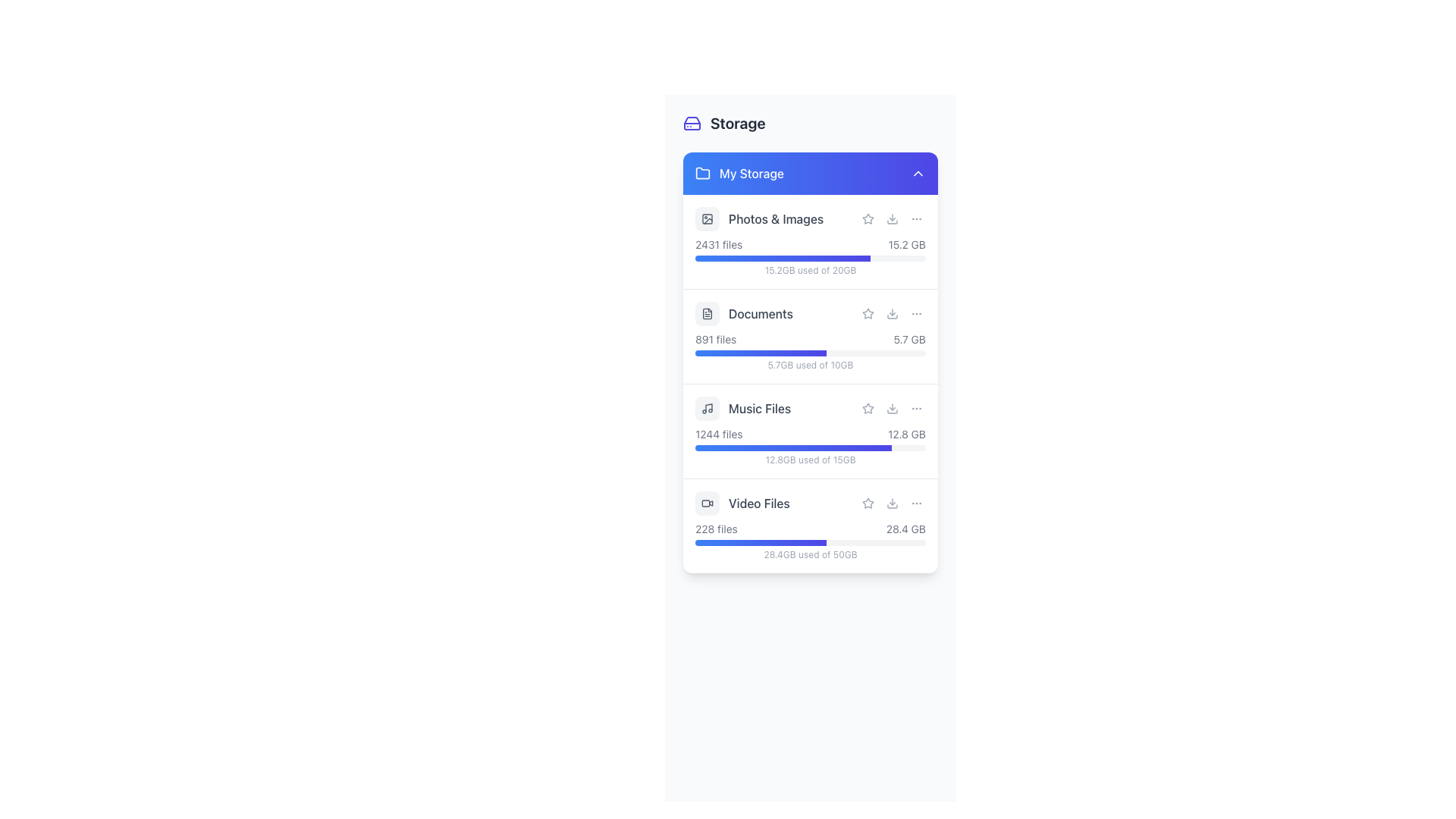  I want to click on the download button, which is the middle icon in the group of three icons to the right of the 'Documents' list item under the 'My Storage' header, to initiate a download action, so click(892, 312).